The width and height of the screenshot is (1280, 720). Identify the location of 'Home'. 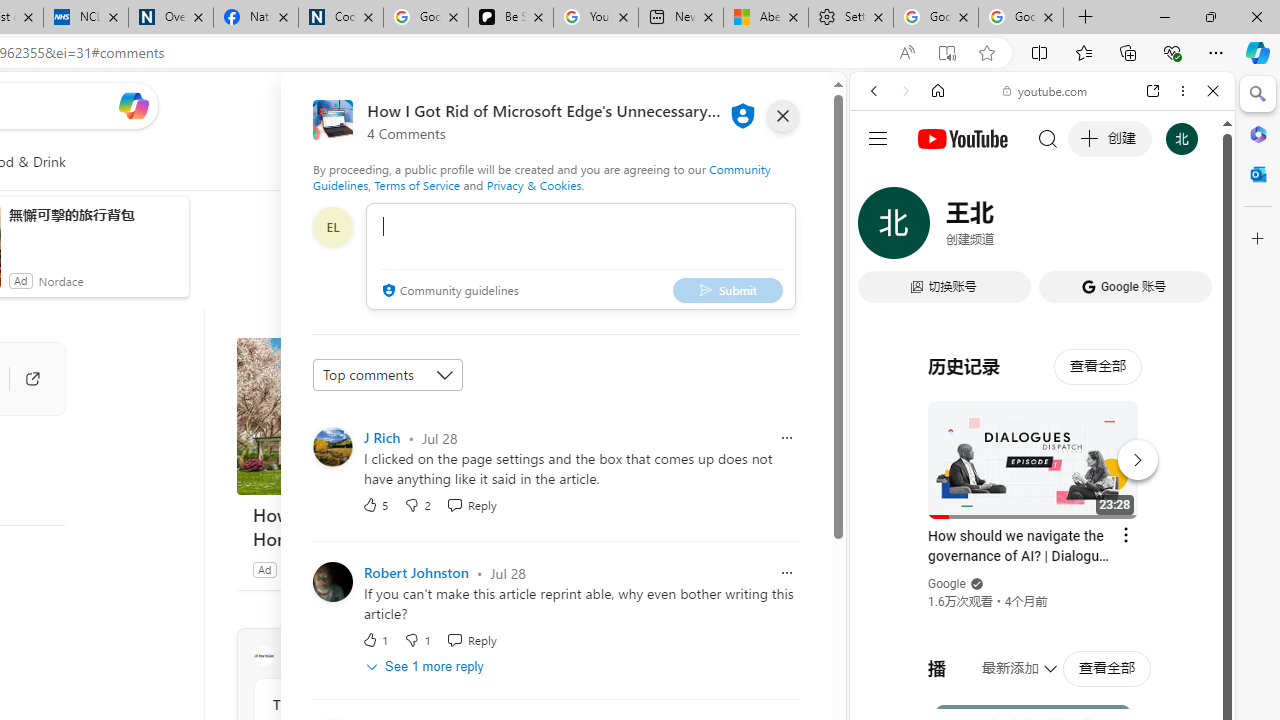
(937, 91).